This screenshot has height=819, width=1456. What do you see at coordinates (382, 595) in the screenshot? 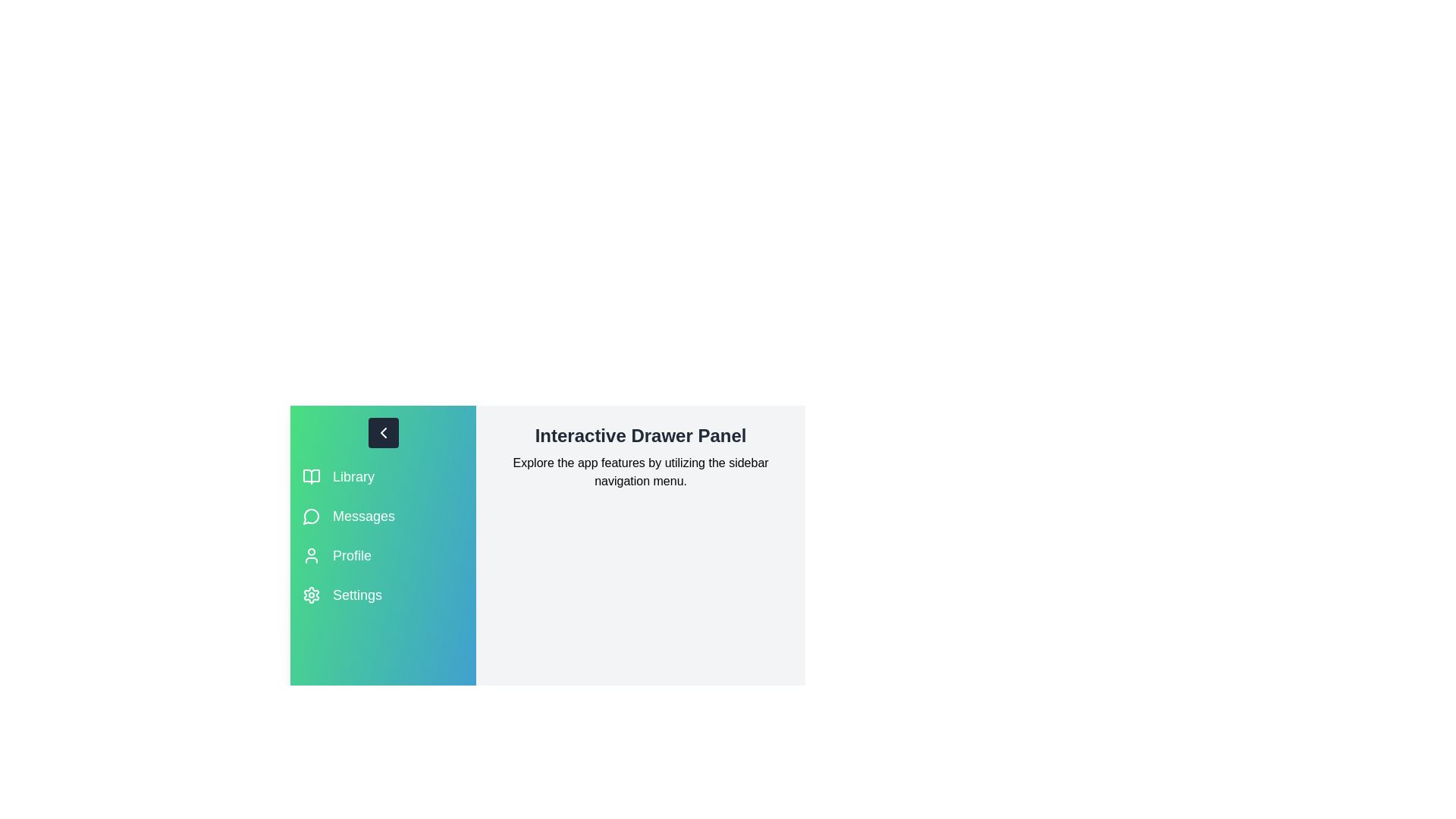
I see `the Settings section in the sidebar` at bounding box center [382, 595].